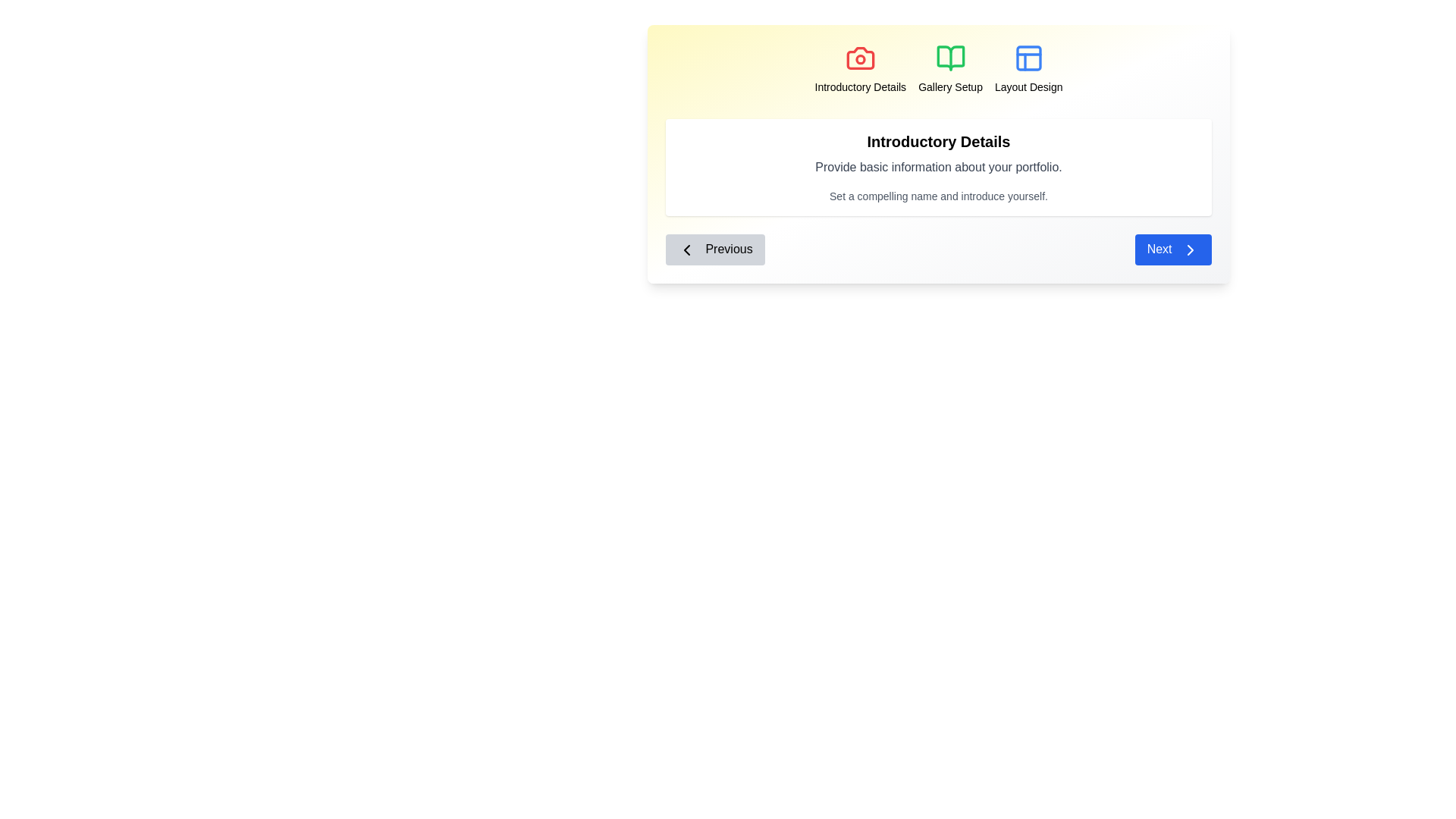  I want to click on the 'Gallery Setup' icon, which is the second icon in the horizontal sequence of icons at the top section of the interface, so click(949, 58).